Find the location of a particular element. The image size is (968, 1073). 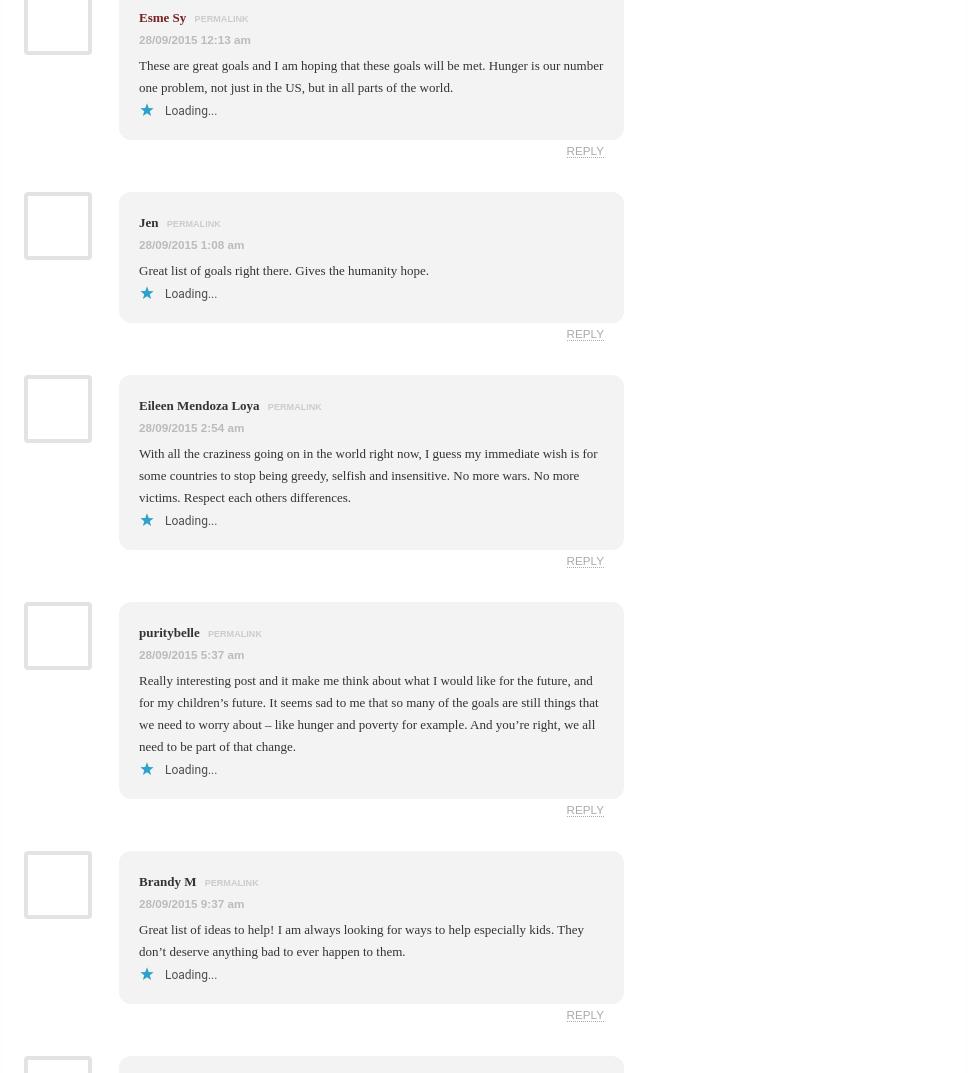

'28/09/2015 5:37 am' is located at coordinates (191, 652).